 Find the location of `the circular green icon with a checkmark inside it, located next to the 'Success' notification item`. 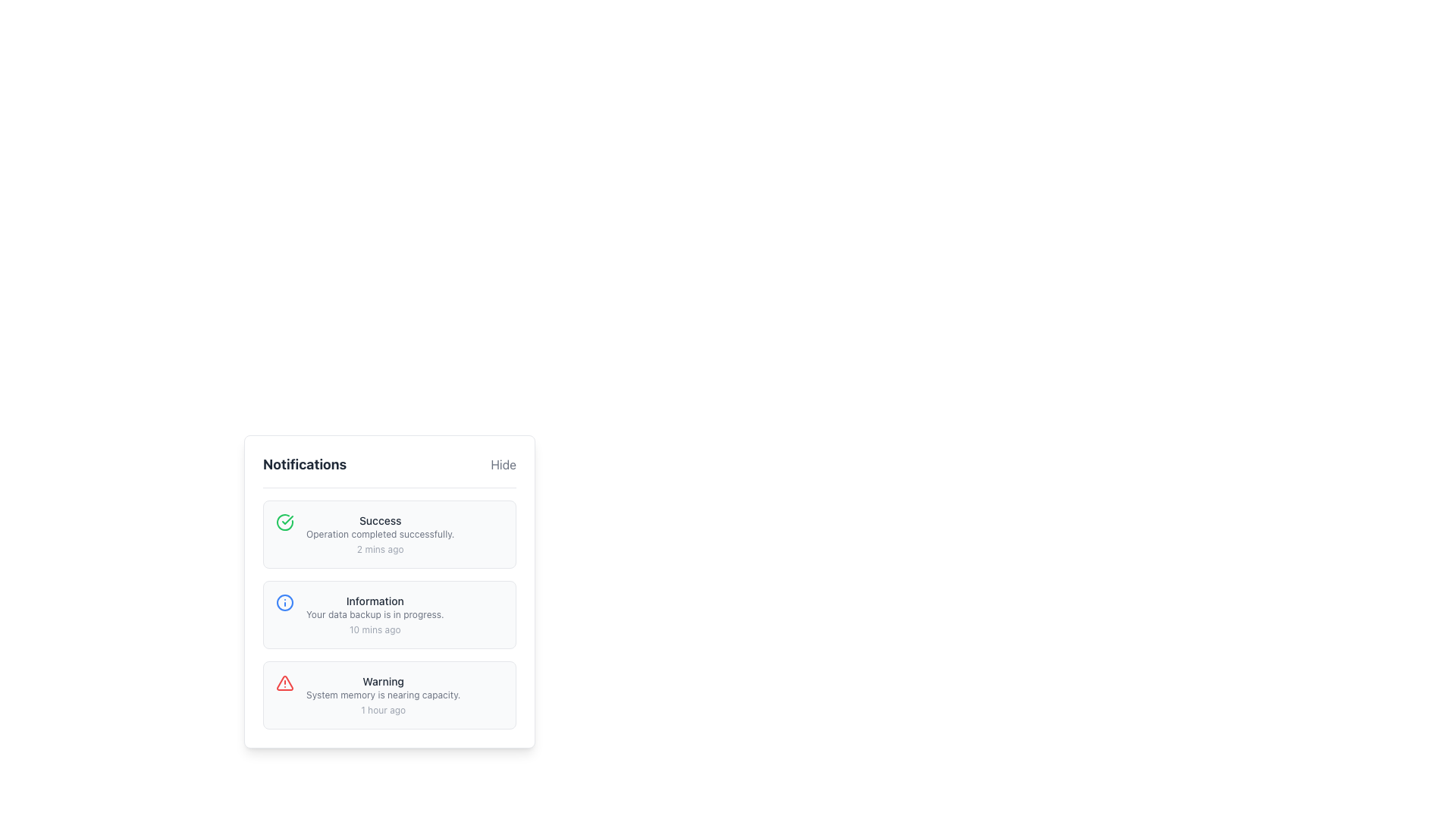

the circular green icon with a checkmark inside it, located next to the 'Success' notification item is located at coordinates (284, 522).